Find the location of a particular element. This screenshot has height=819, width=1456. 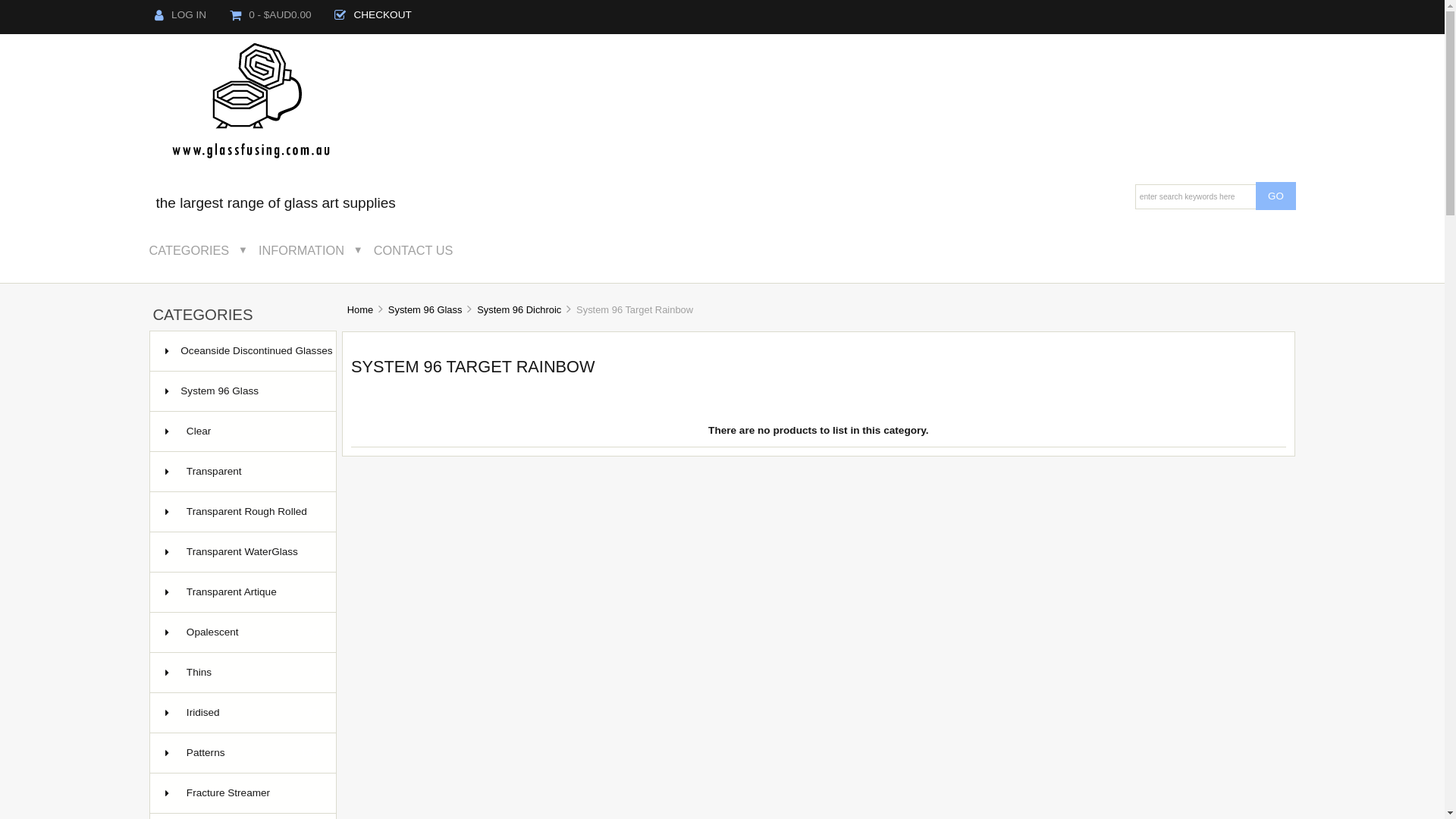

'go' is located at coordinates (1275, 195).